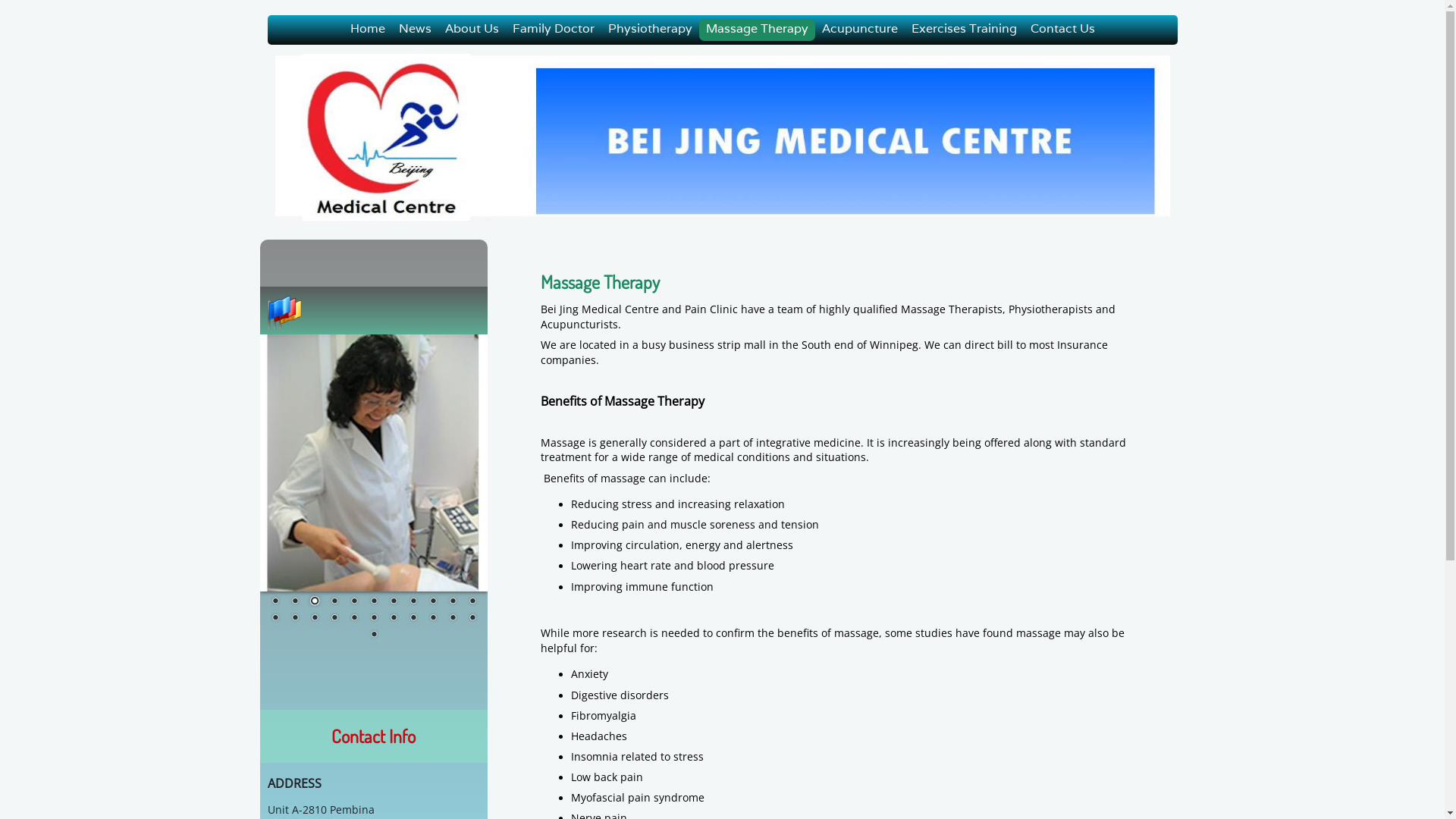  I want to click on '20', so click(432, 619).